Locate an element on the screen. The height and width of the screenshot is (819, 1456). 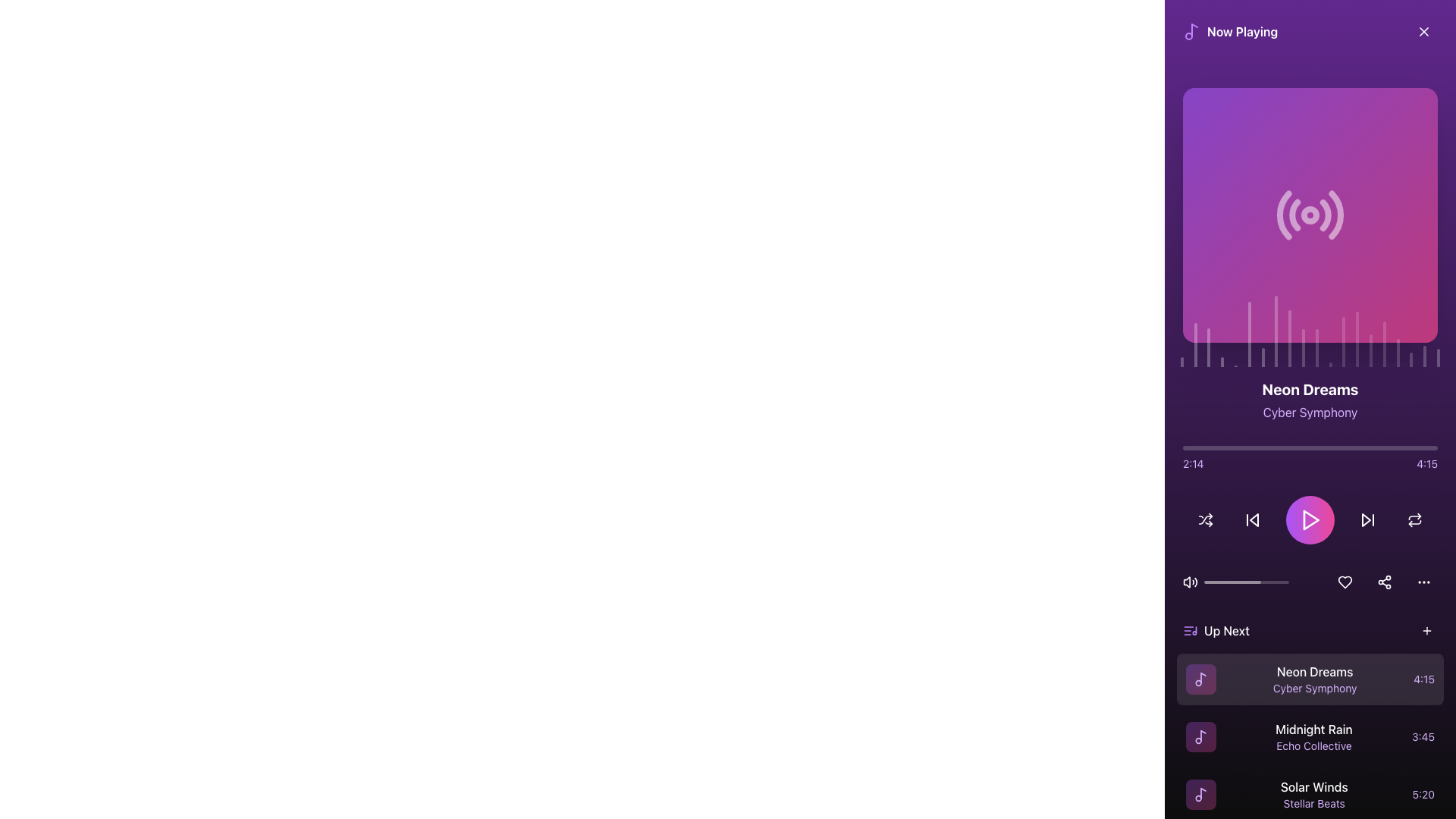
progress is located at coordinates (1231, 447).